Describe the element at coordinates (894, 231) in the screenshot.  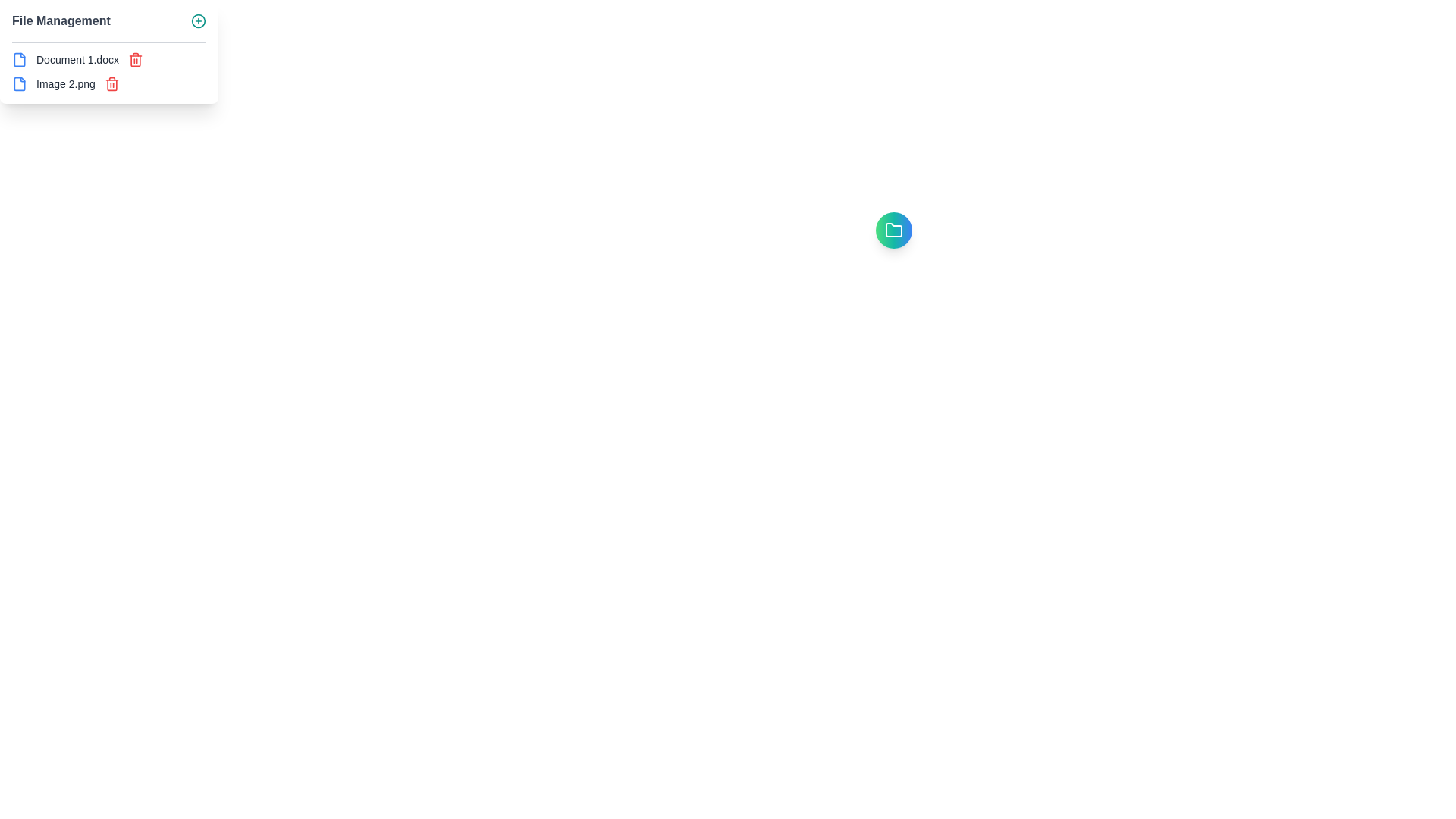
I see `the folder-shaped icon that is centered within a circular button with a gradient background transitioning from green to blue` at that location.